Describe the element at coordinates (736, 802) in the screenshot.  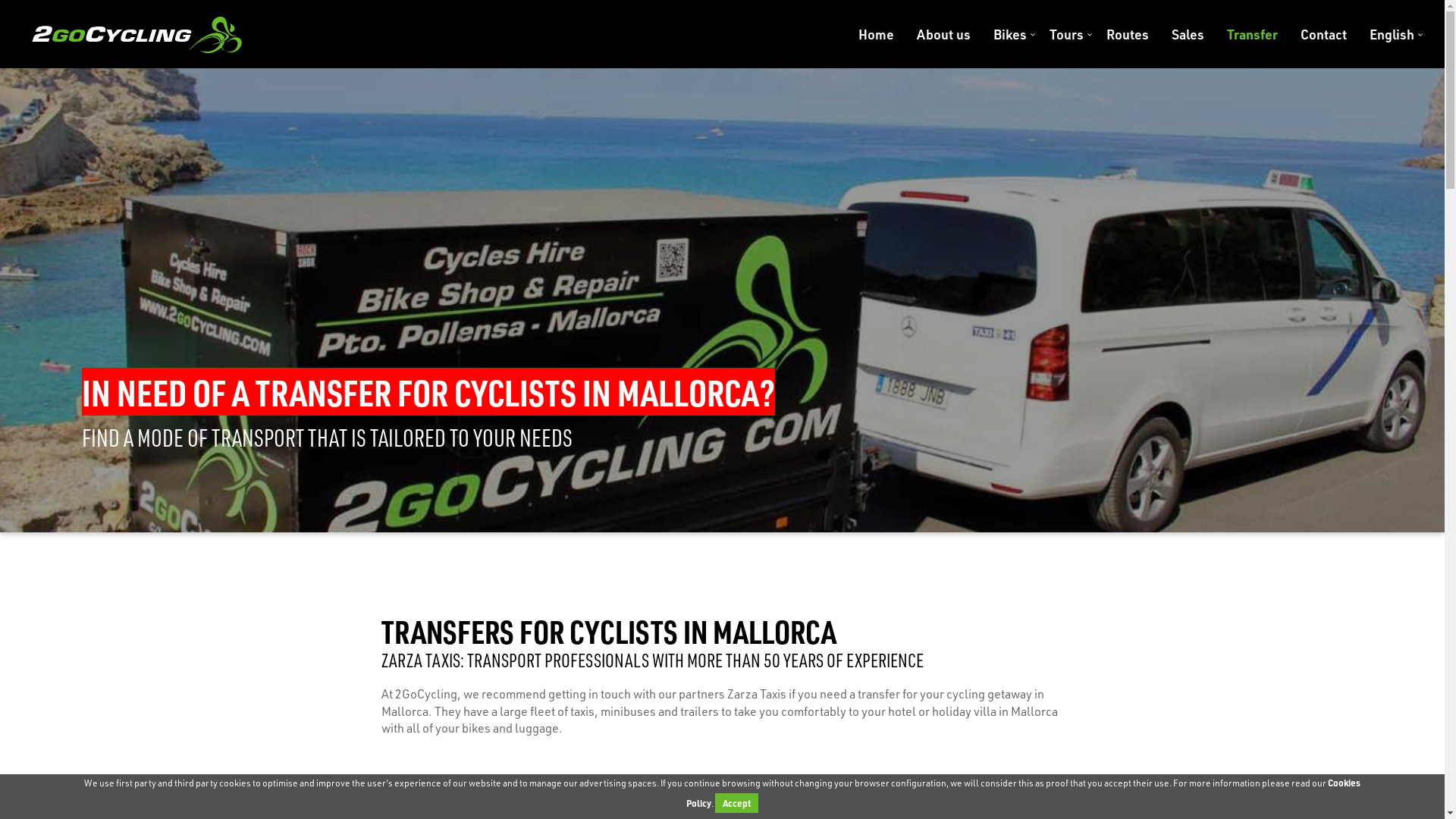
I see `'Accept'` at that location.